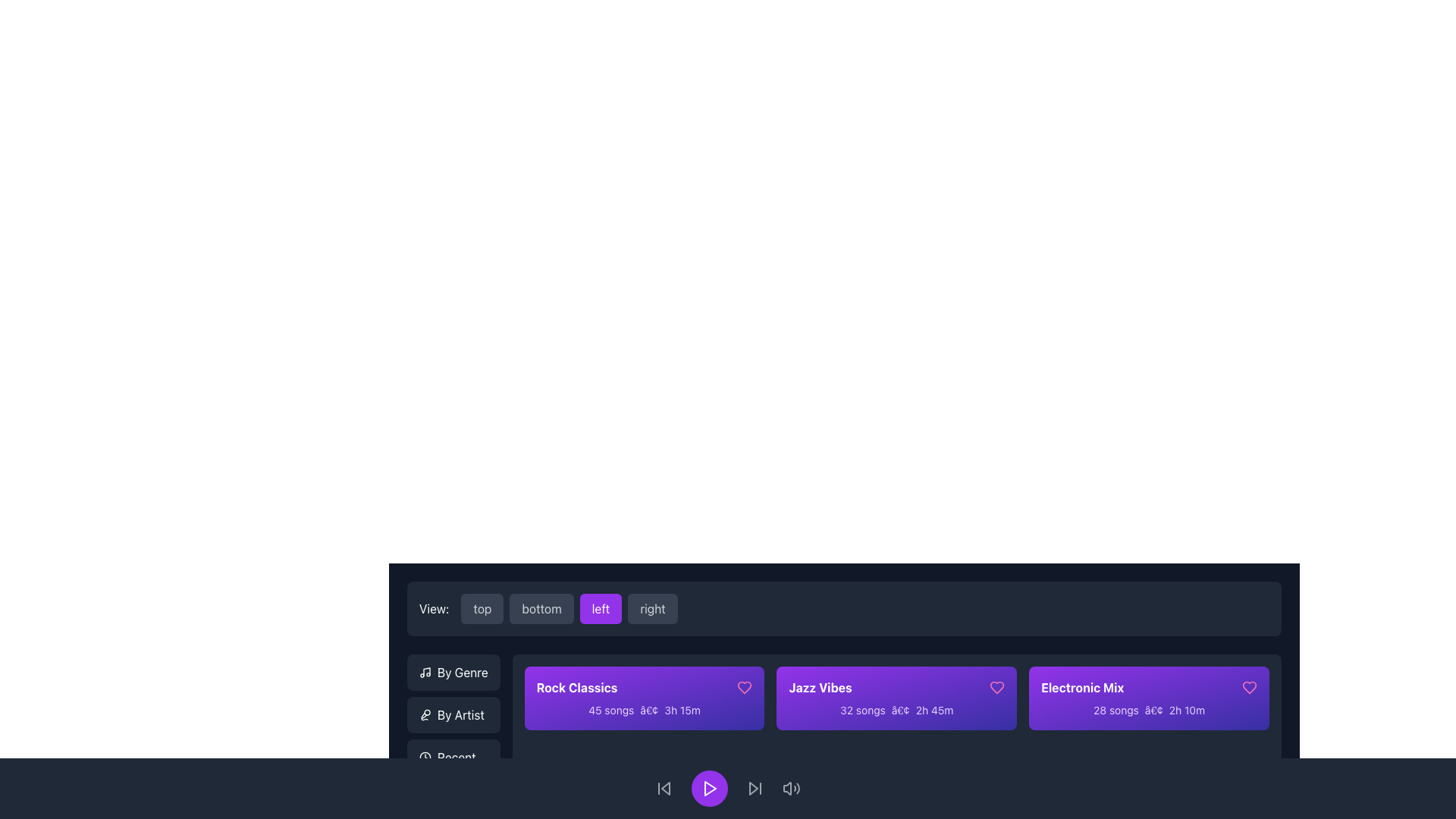  Describe the element at coordinates (755, 788) in the screenshot. I see `the skip forward button located to the right of the purple play button and to the left of the volume control icon in the control bar at the bottom of the interface to skip to the next track` at that location.